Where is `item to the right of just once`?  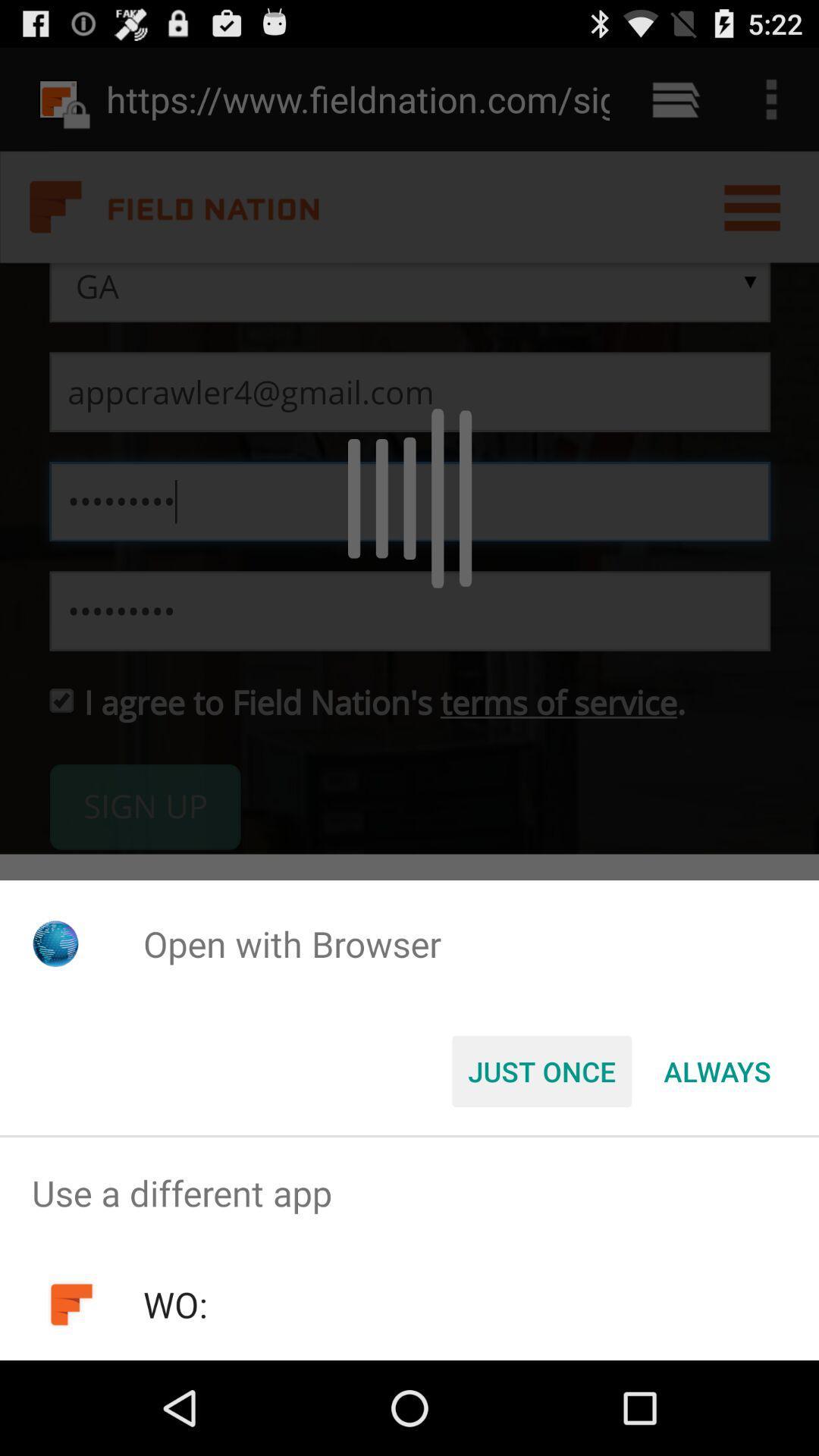 item to the right of just once is located at coordinates (717, 1070).